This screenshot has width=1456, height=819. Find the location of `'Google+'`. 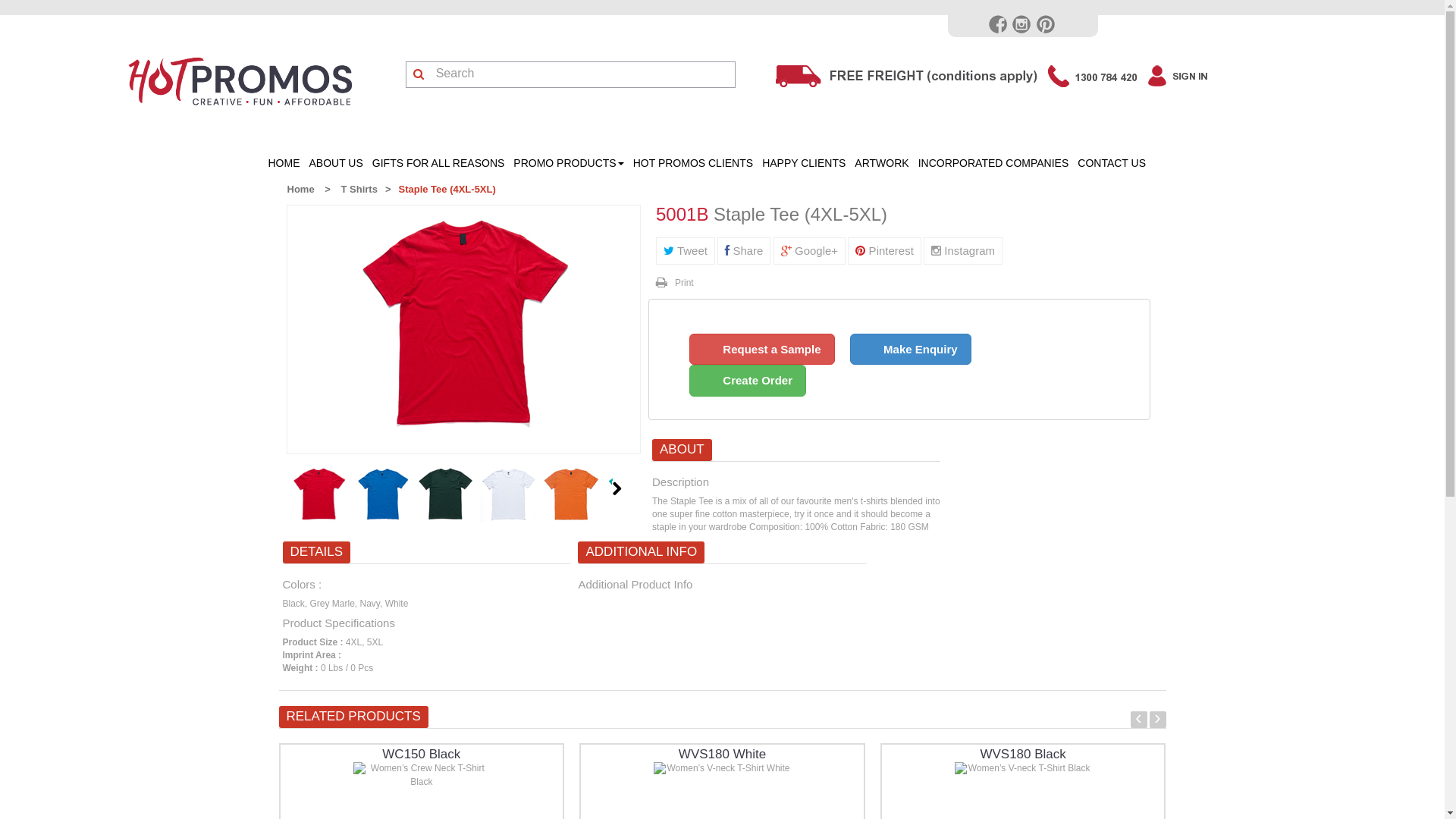

'Google+' is located at coordinates (808, 249).